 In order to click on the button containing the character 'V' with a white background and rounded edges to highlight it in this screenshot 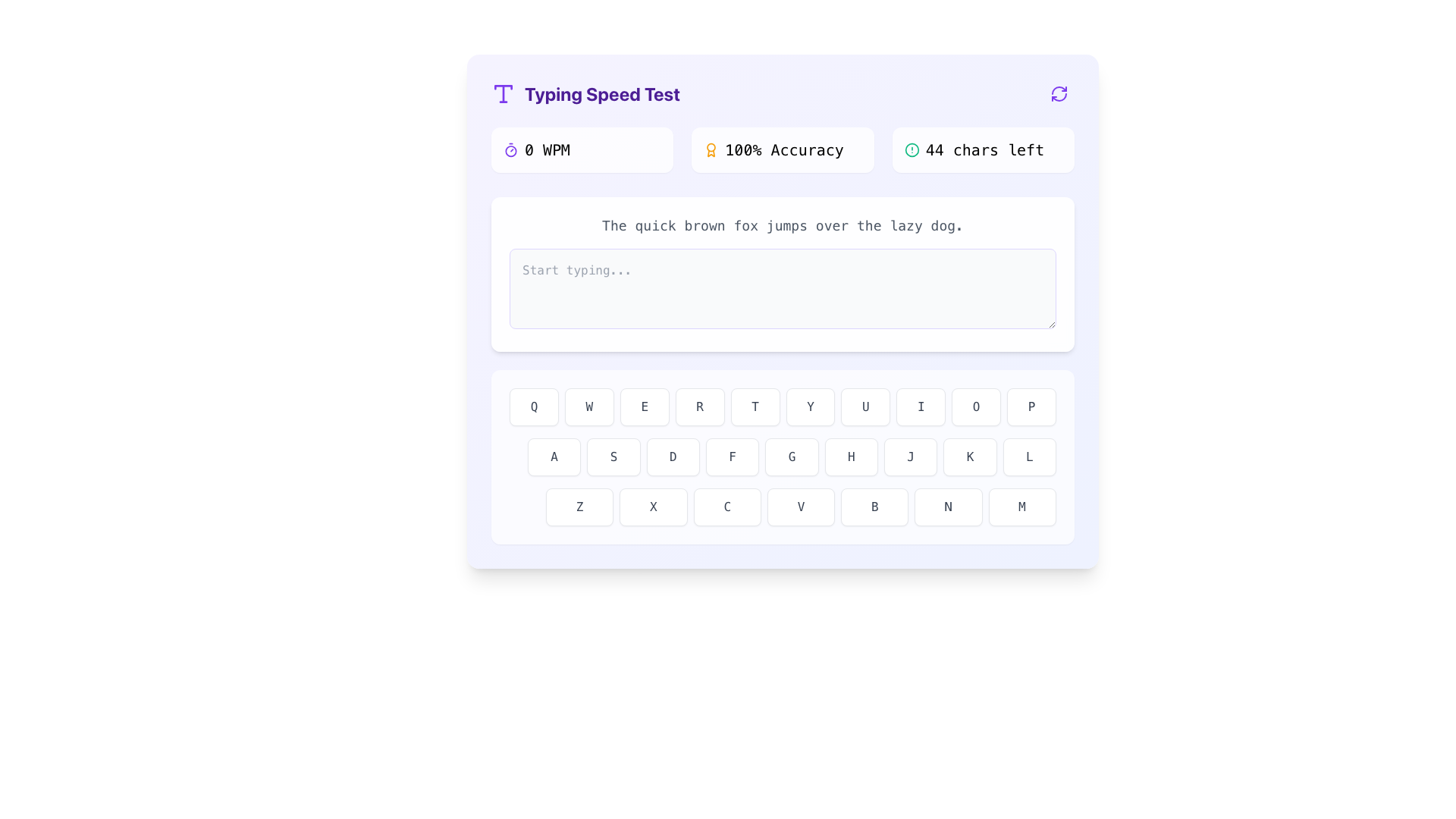, I will do `click(800, 507)`.